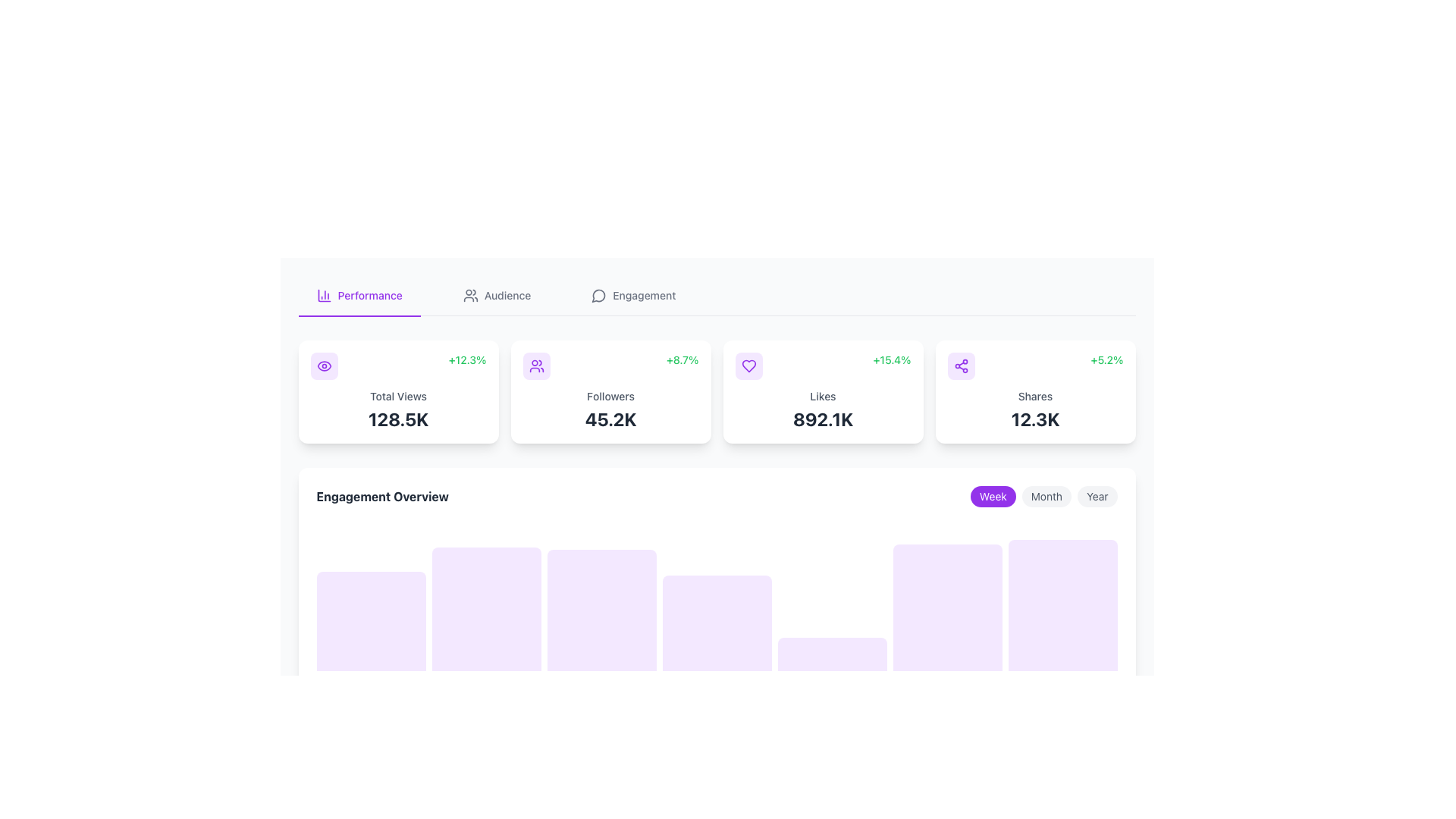 The height and width of the screenshot is (819, 1456). I want to click on the 'Month' button, which is a rounded rectangular button with a light gray background and darker gray text, positioned between the 'Week' button (highlighted in purple) and the 'Year' button in a horizontal group near the top-right corner of the engagement chart, so click(1046, 497).